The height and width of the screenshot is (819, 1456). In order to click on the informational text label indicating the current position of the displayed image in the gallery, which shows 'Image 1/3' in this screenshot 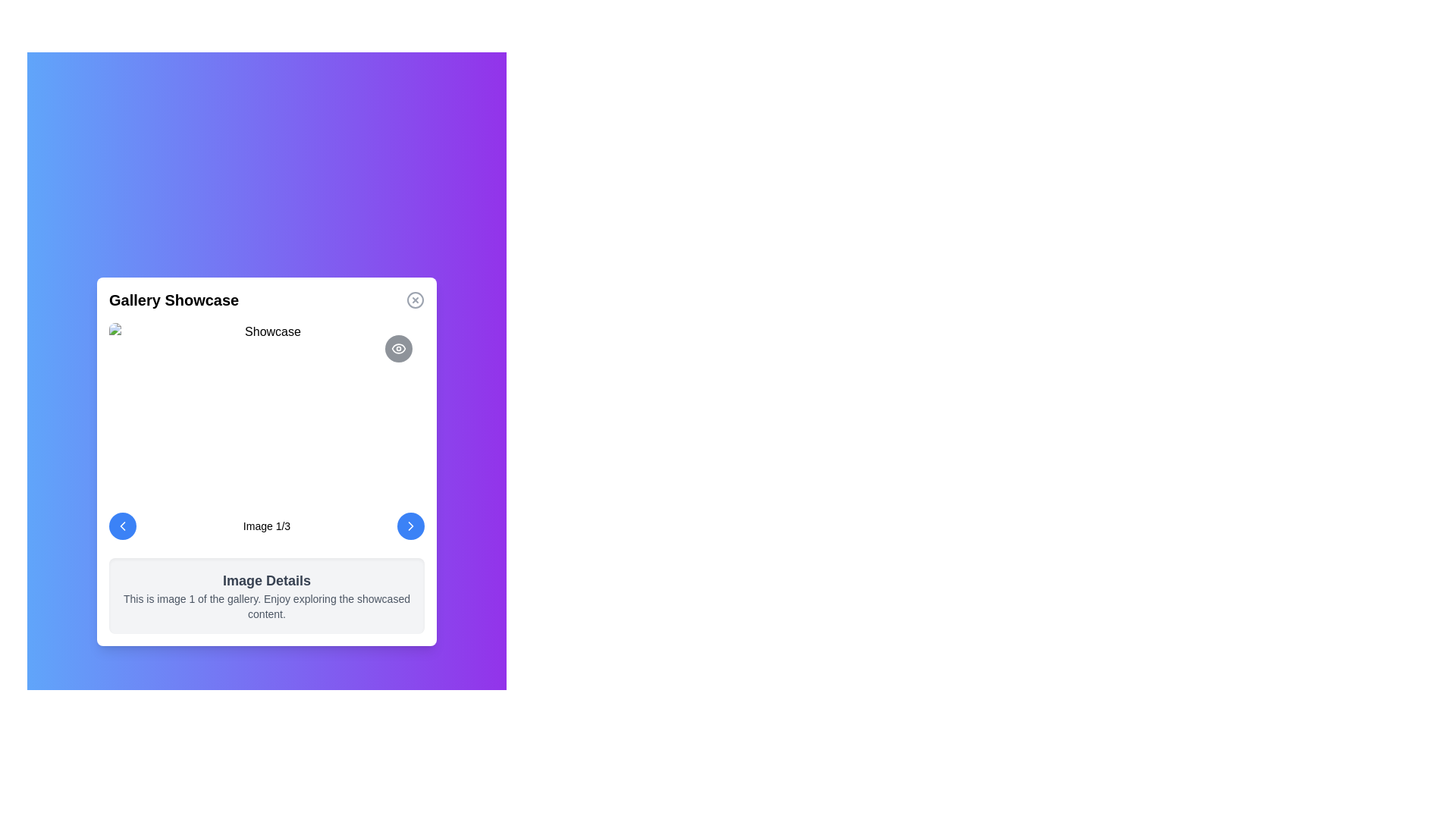, I will do `click(266, 526)`.